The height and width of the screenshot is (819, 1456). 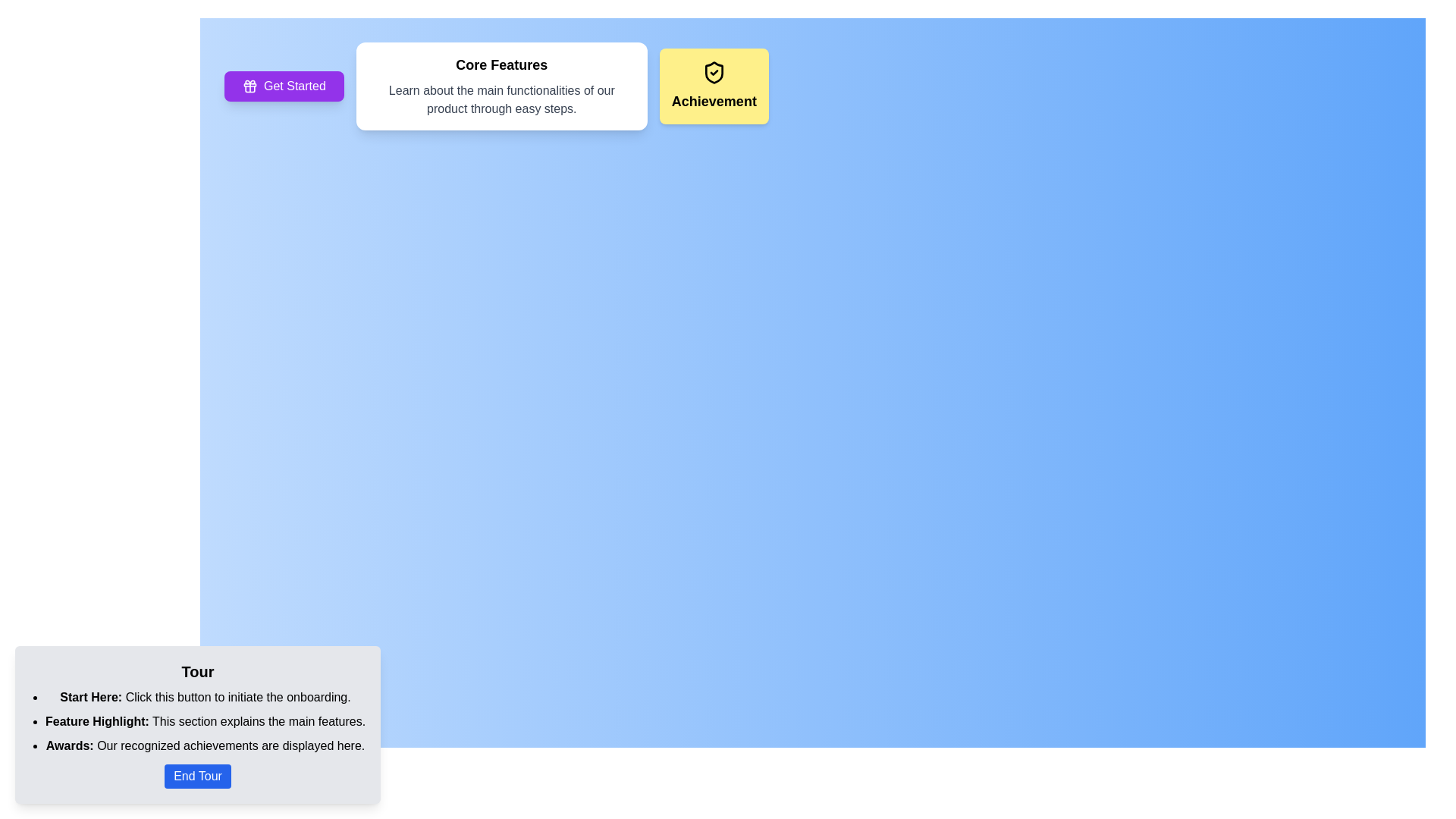 What do you see at coordinates (69, 745) in the screenshot?
I see `text label 'Awards:' which introduces the description of recognized achievements, located in the lower-left footer section of the UI` at bounding box center [69, 745].